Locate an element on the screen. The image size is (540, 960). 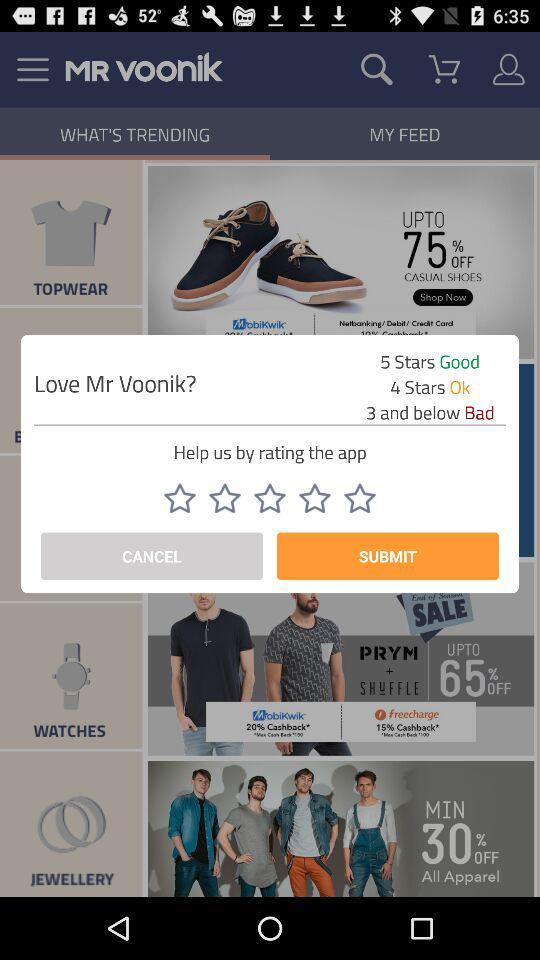
rate the app is located at coordinates (314, 497).